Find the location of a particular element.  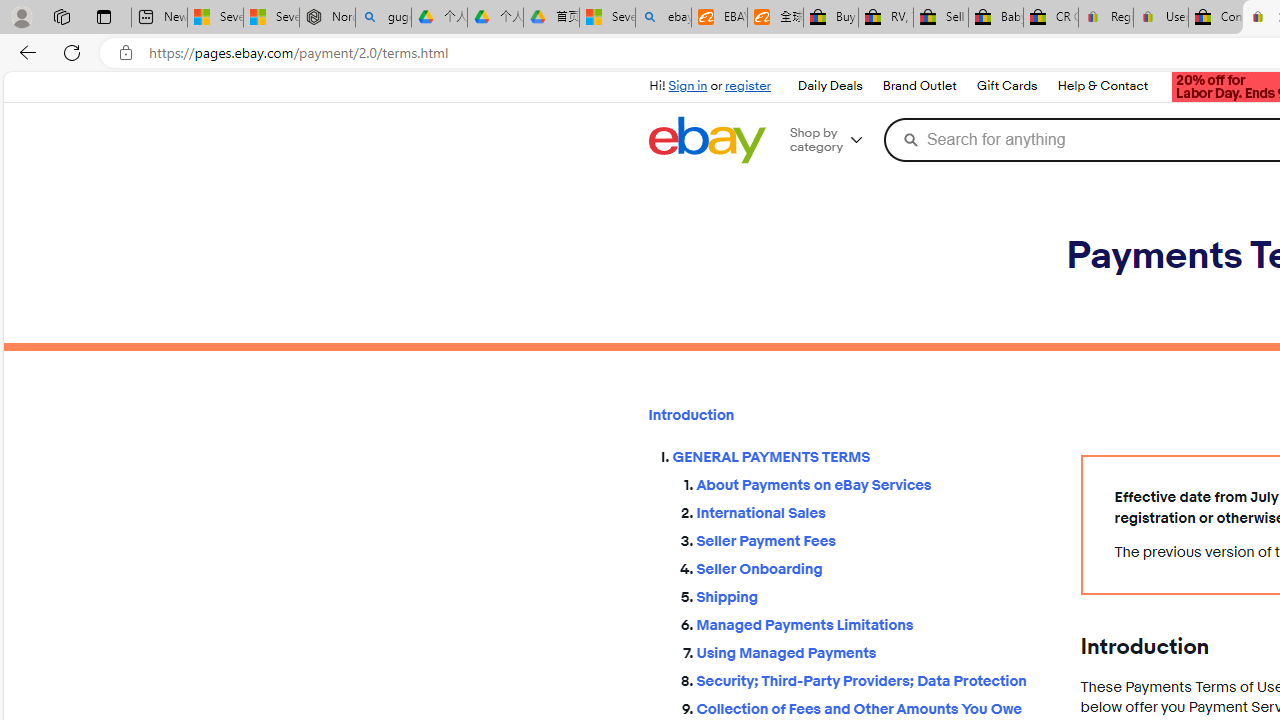

'register' is located at coordinates (747, 85).